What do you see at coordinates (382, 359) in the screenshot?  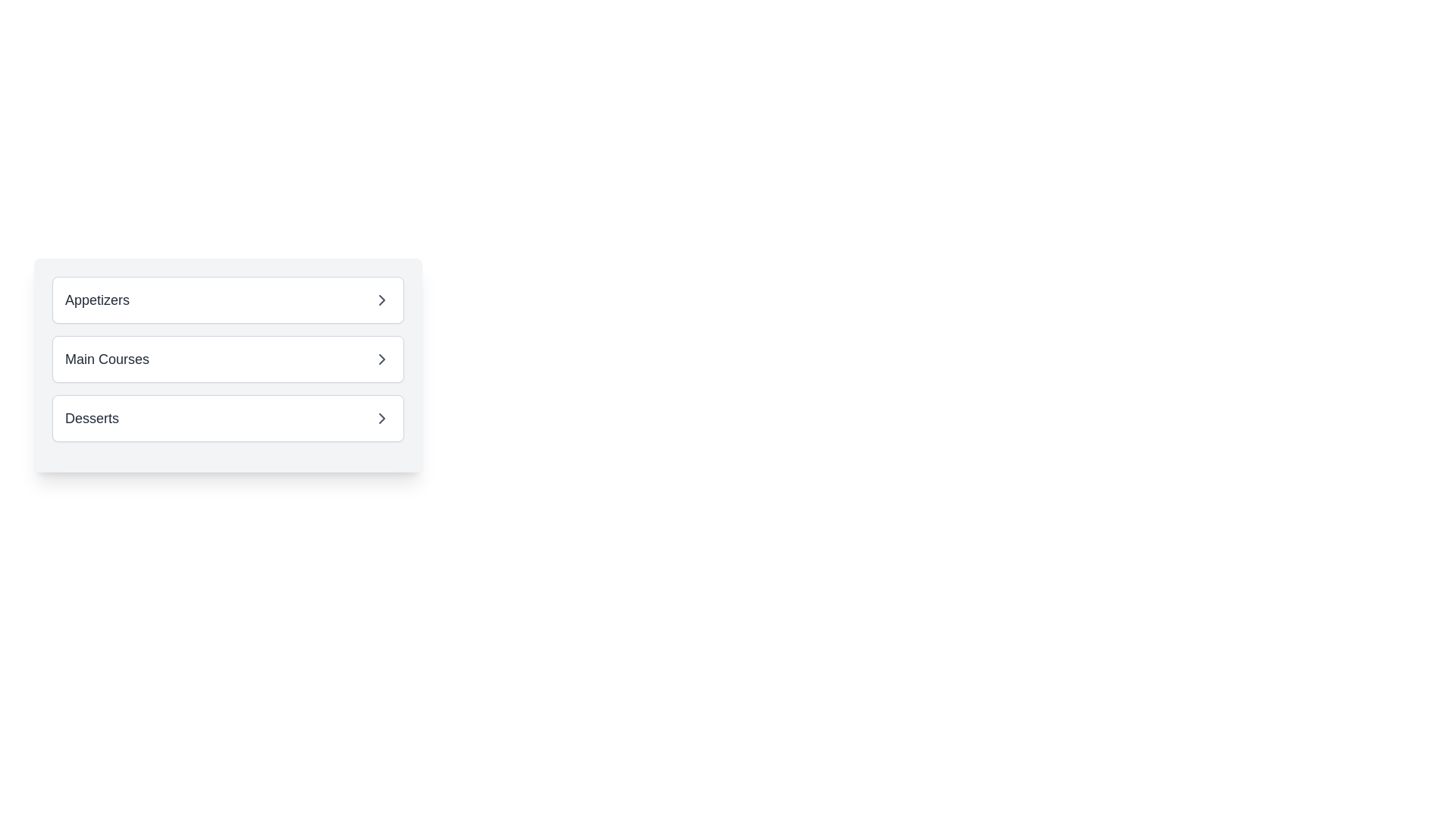 I see `the Chevron icon located to the right of the 'Main Courses' list item` at bounding box center [382, 359].